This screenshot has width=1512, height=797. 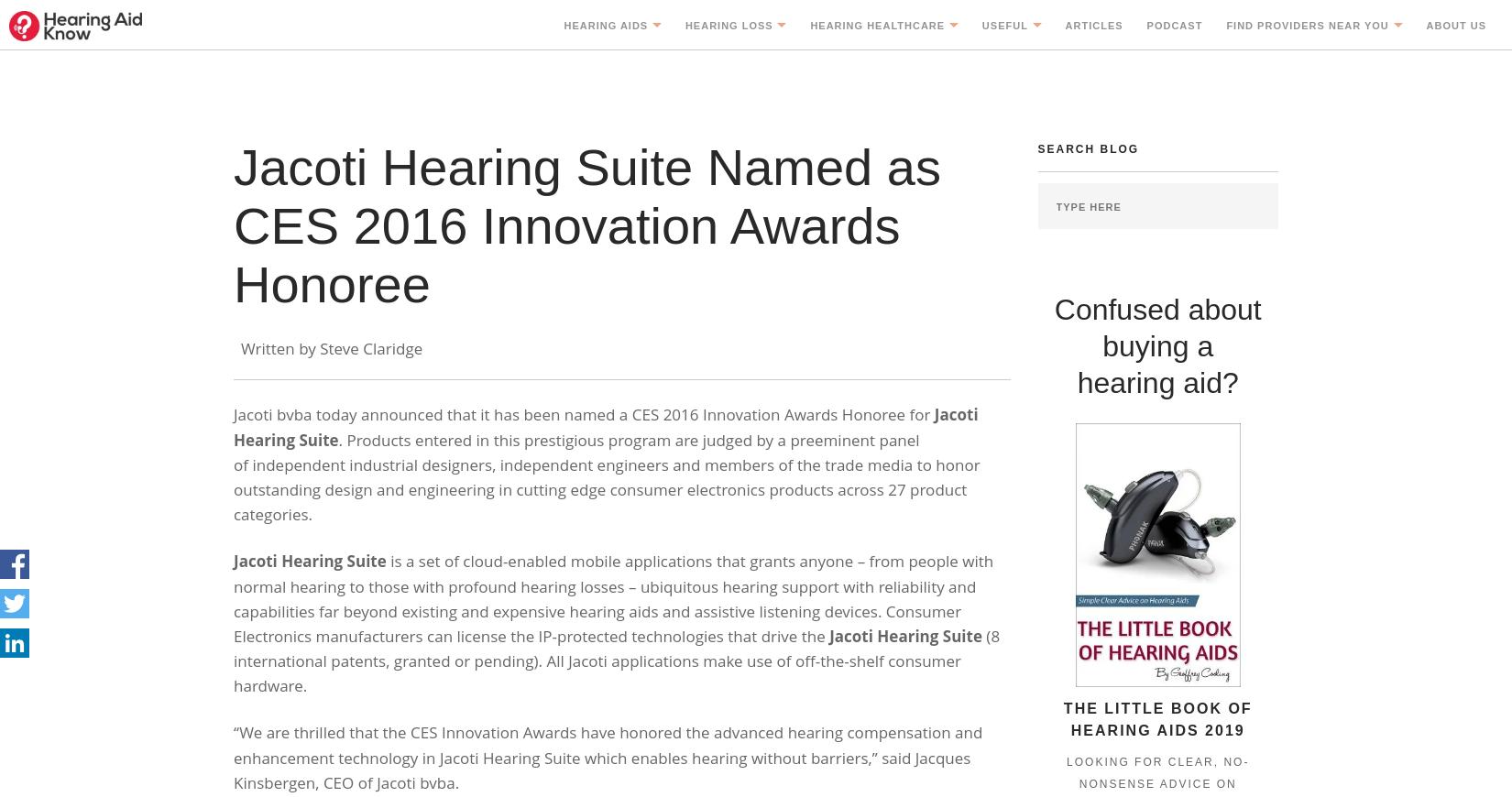 I want to click on 'Different Technologies', so click(x=630, y=235).